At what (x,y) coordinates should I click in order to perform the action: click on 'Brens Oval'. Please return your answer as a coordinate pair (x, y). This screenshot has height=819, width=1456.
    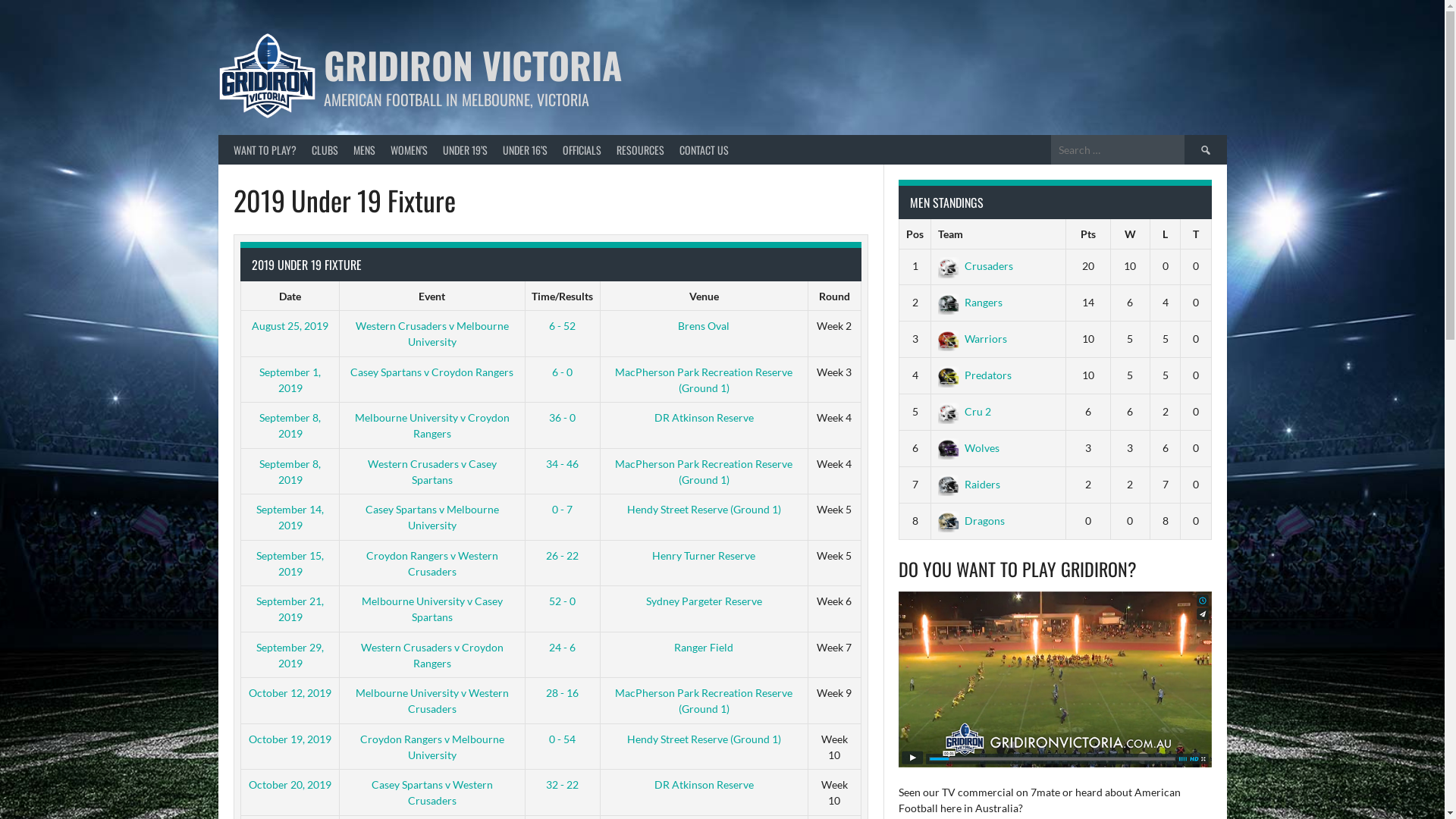
    Looking at the image, I should click on (702, 325).